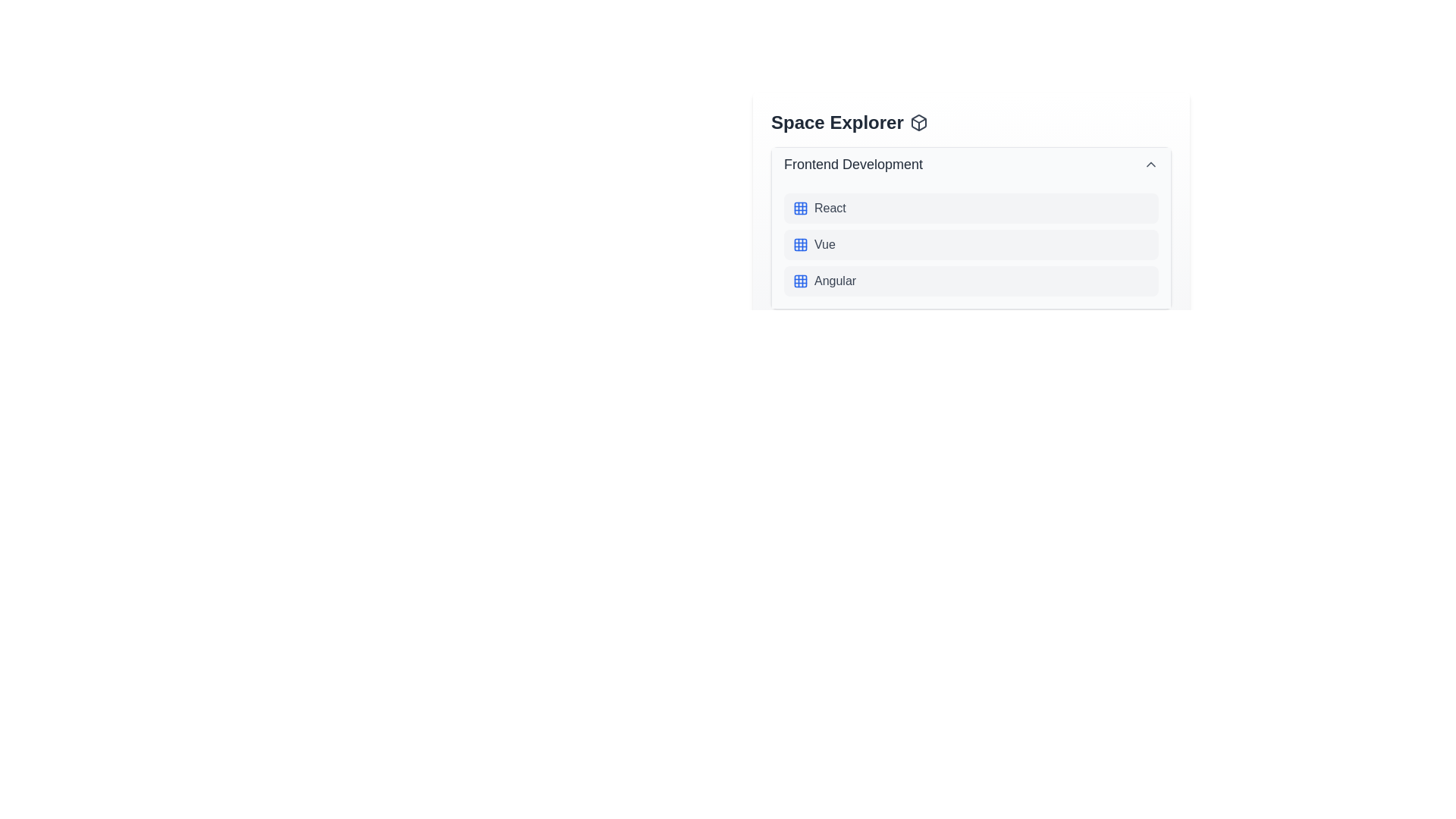 The height and width of the screenshot is (819, 1456). I want to click on the 'React' button in the navigation menu under 'Frontend Development' within the 'Space Explorer' section to trigger a styling change, so click(971, 208).